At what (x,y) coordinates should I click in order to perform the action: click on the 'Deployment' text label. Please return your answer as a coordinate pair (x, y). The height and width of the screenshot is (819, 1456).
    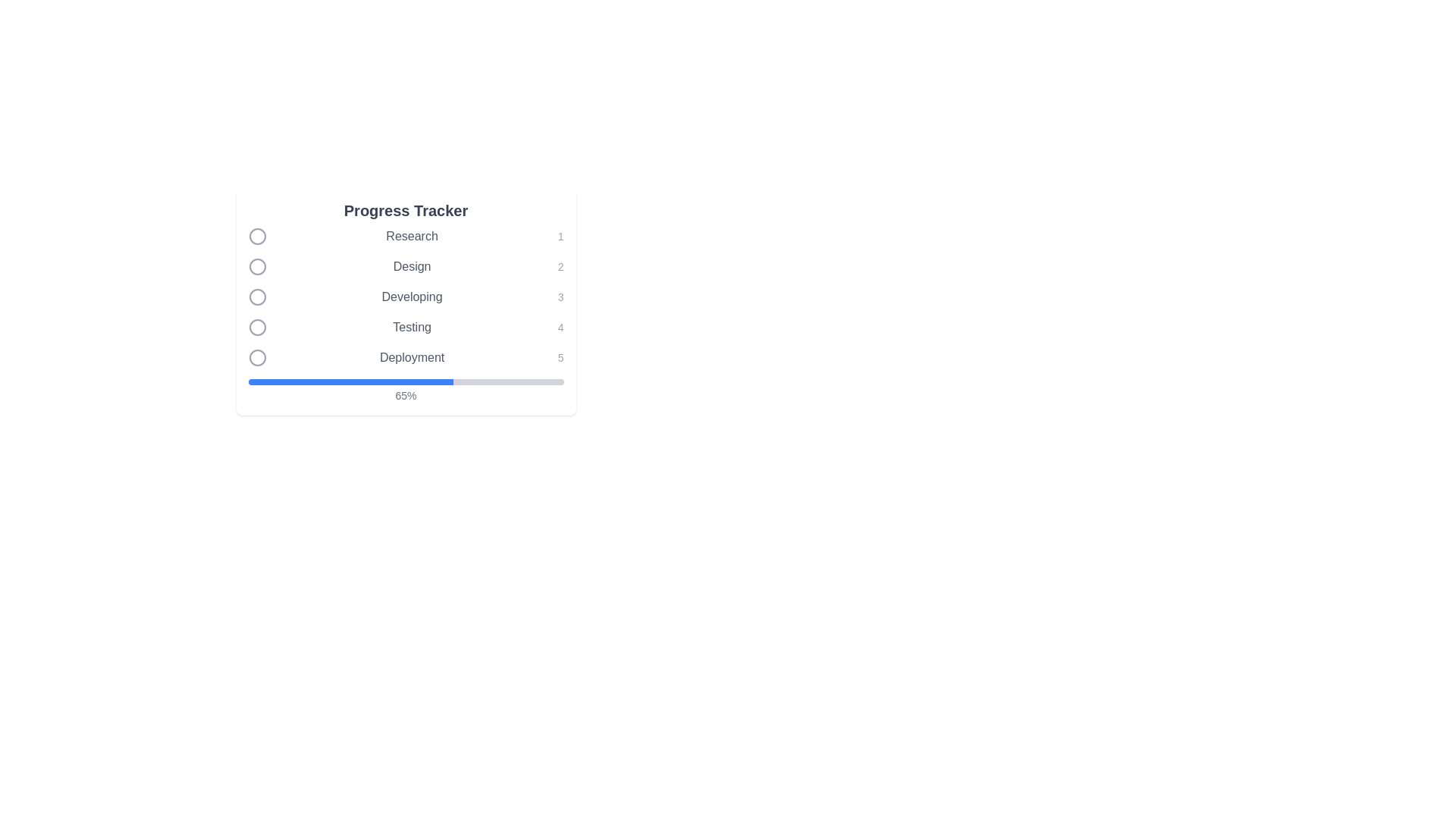
    Looking at the image, I should click on (412, 357).